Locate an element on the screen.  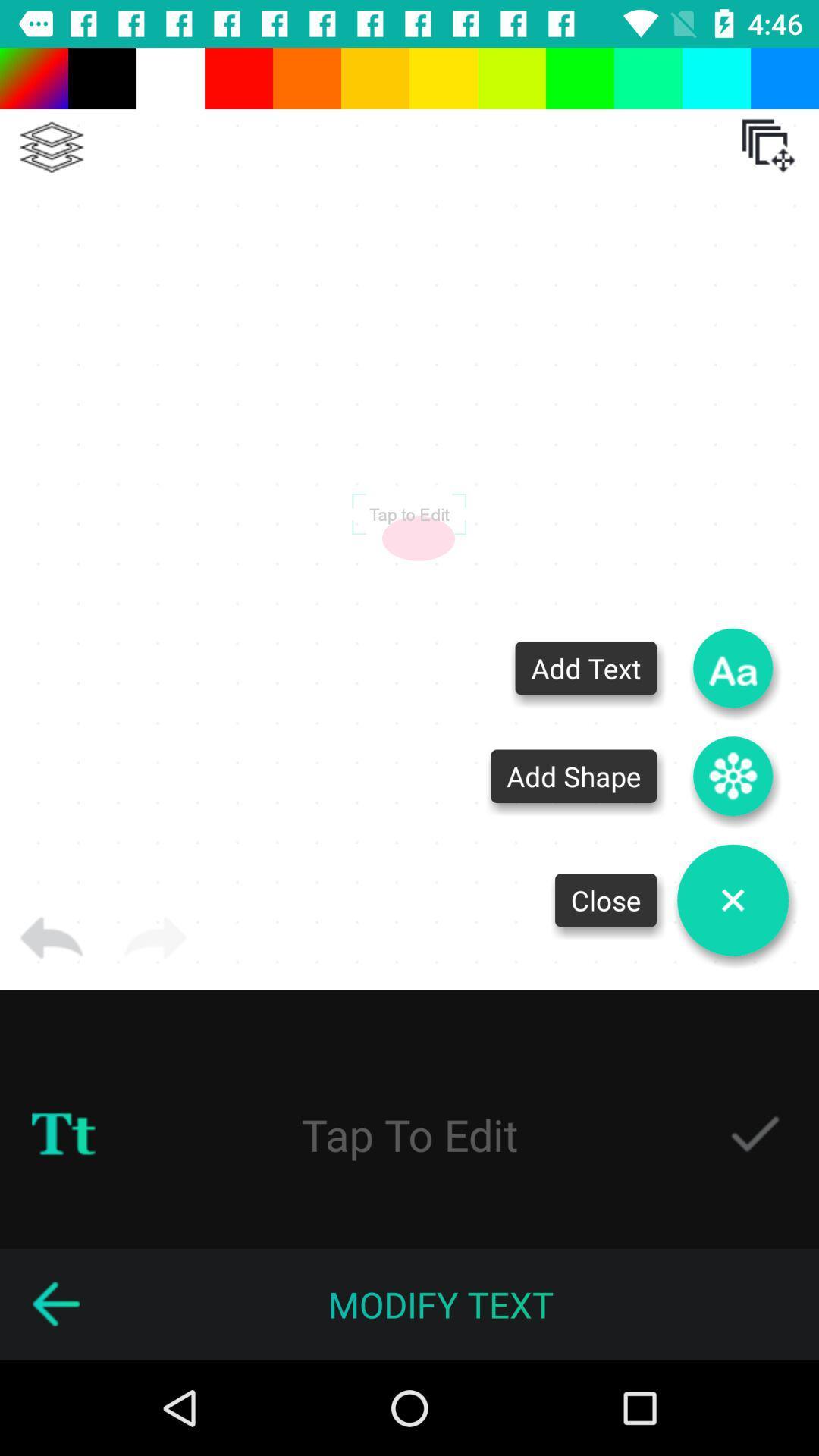
the text beside the add text icon is located at coordinates (585, 667).